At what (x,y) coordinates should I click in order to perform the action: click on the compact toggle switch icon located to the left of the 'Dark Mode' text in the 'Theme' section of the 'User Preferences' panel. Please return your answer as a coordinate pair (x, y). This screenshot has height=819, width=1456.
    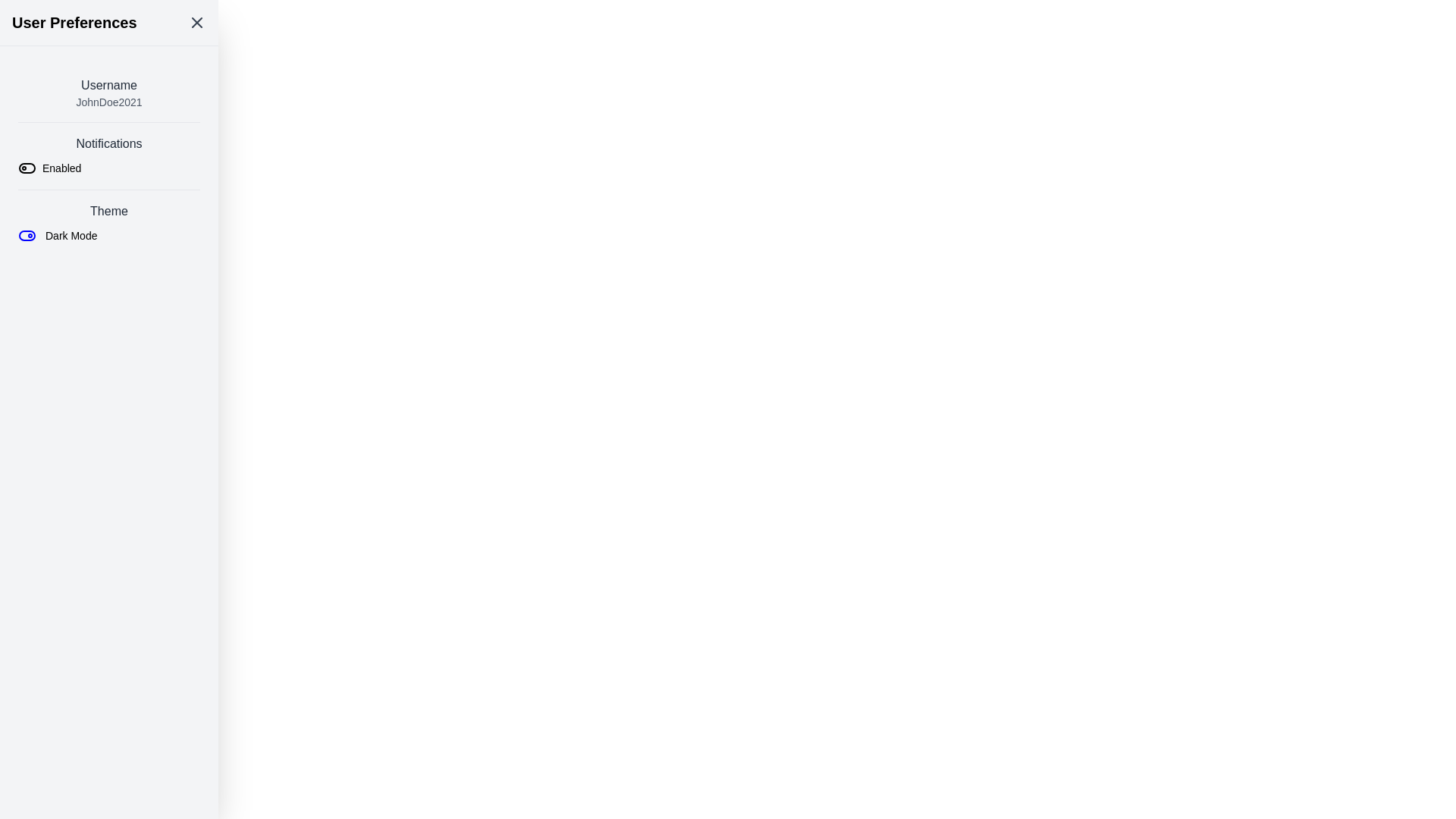
    Looking at the image, I should click on (27, 236).